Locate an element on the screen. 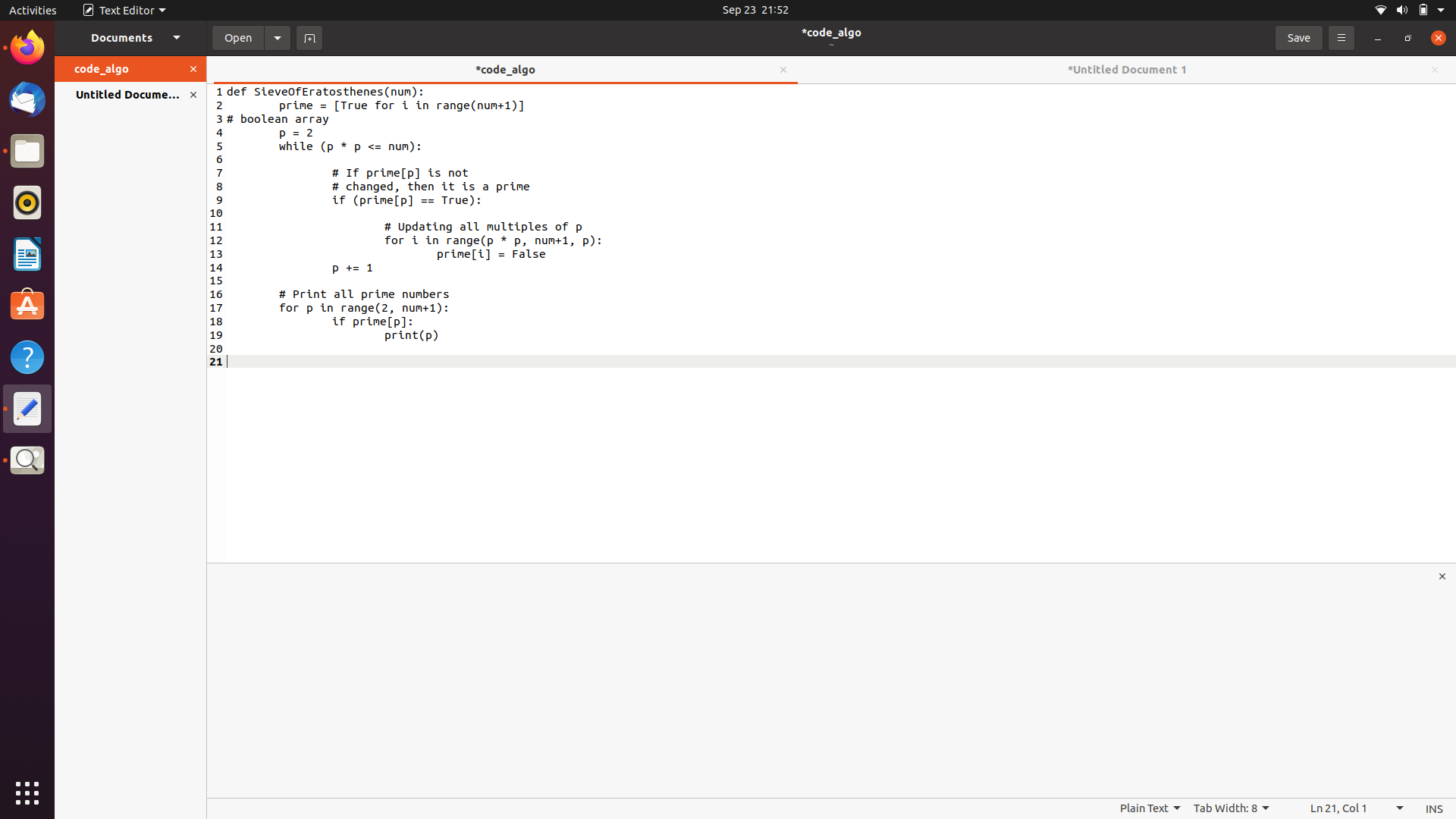 This screenshot has height=819, width=1456. save to store the document is located at coordinates (1298, 36).